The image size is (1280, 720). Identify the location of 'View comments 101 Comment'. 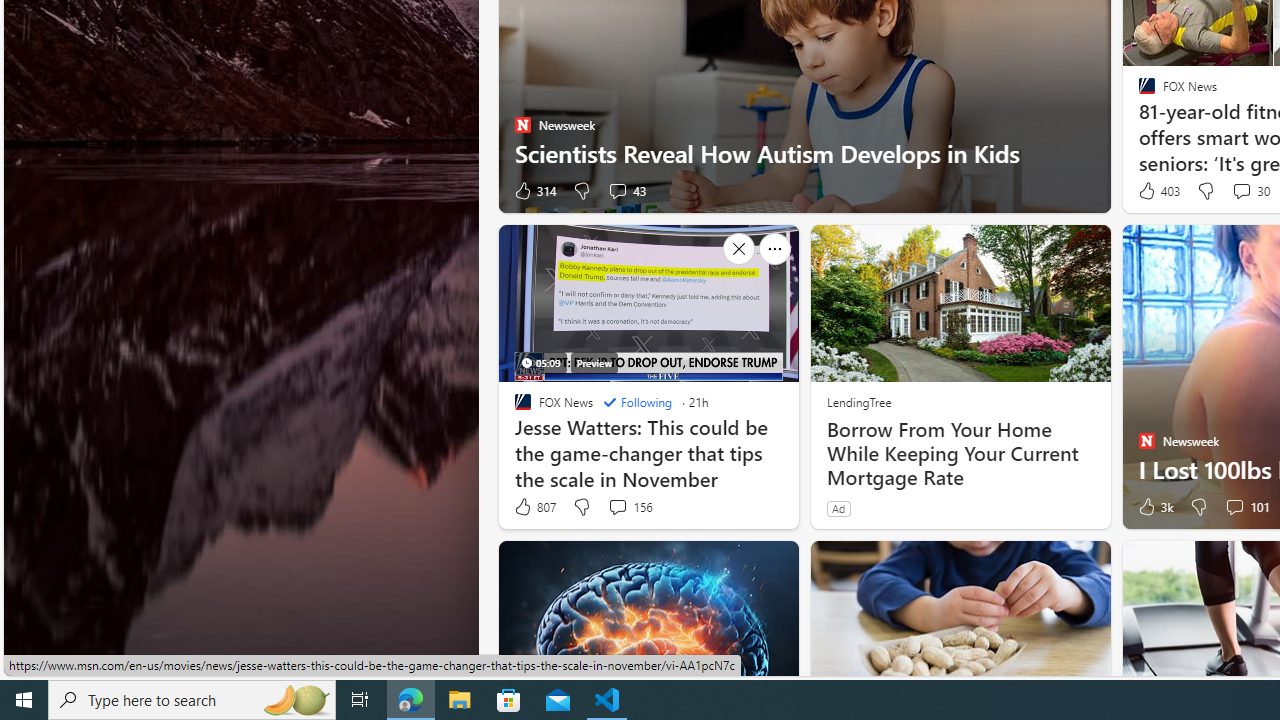
(1233, 505).